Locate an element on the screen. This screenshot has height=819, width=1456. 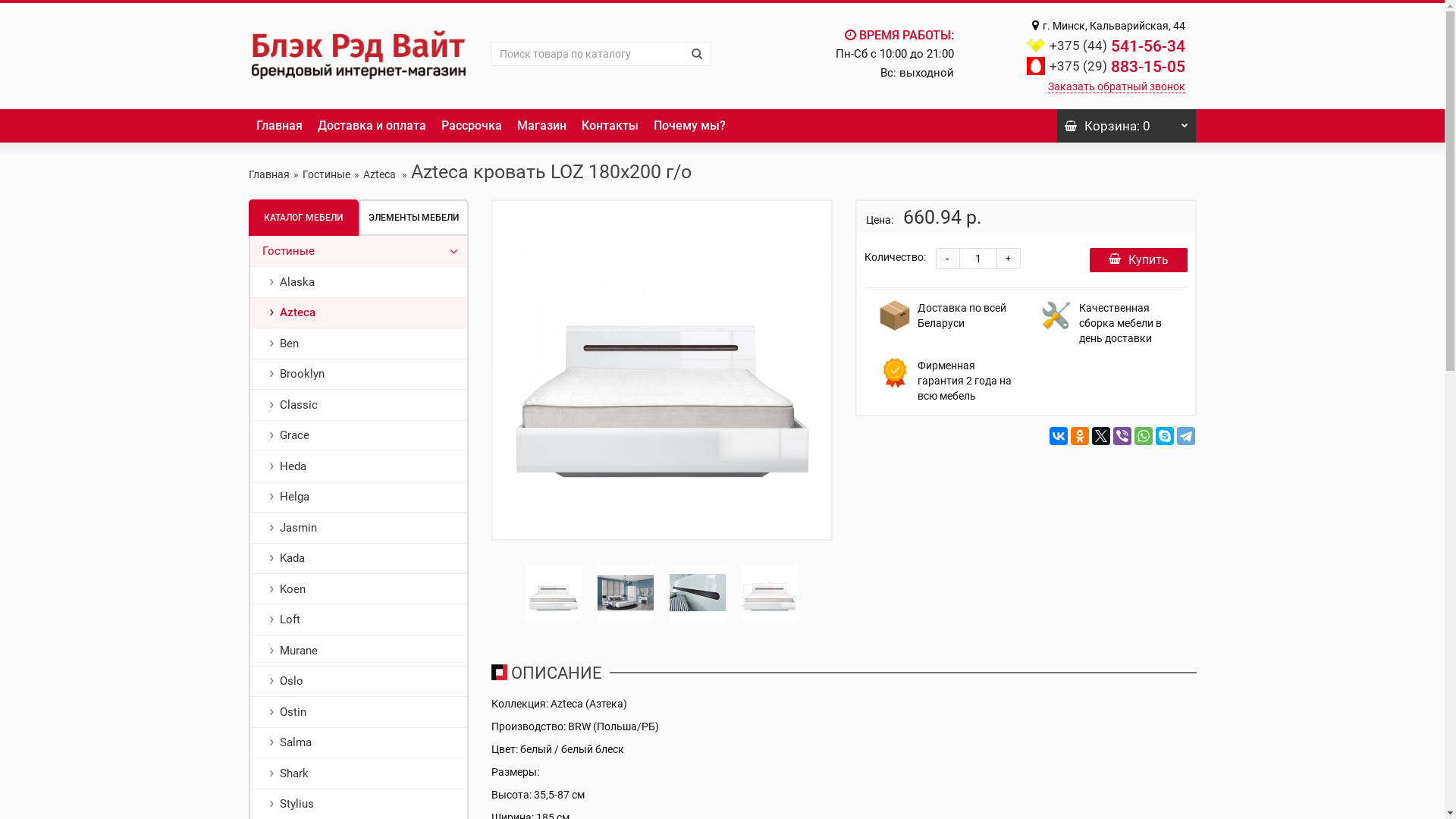
'Twitter' is located at coordinates (1100, 435).